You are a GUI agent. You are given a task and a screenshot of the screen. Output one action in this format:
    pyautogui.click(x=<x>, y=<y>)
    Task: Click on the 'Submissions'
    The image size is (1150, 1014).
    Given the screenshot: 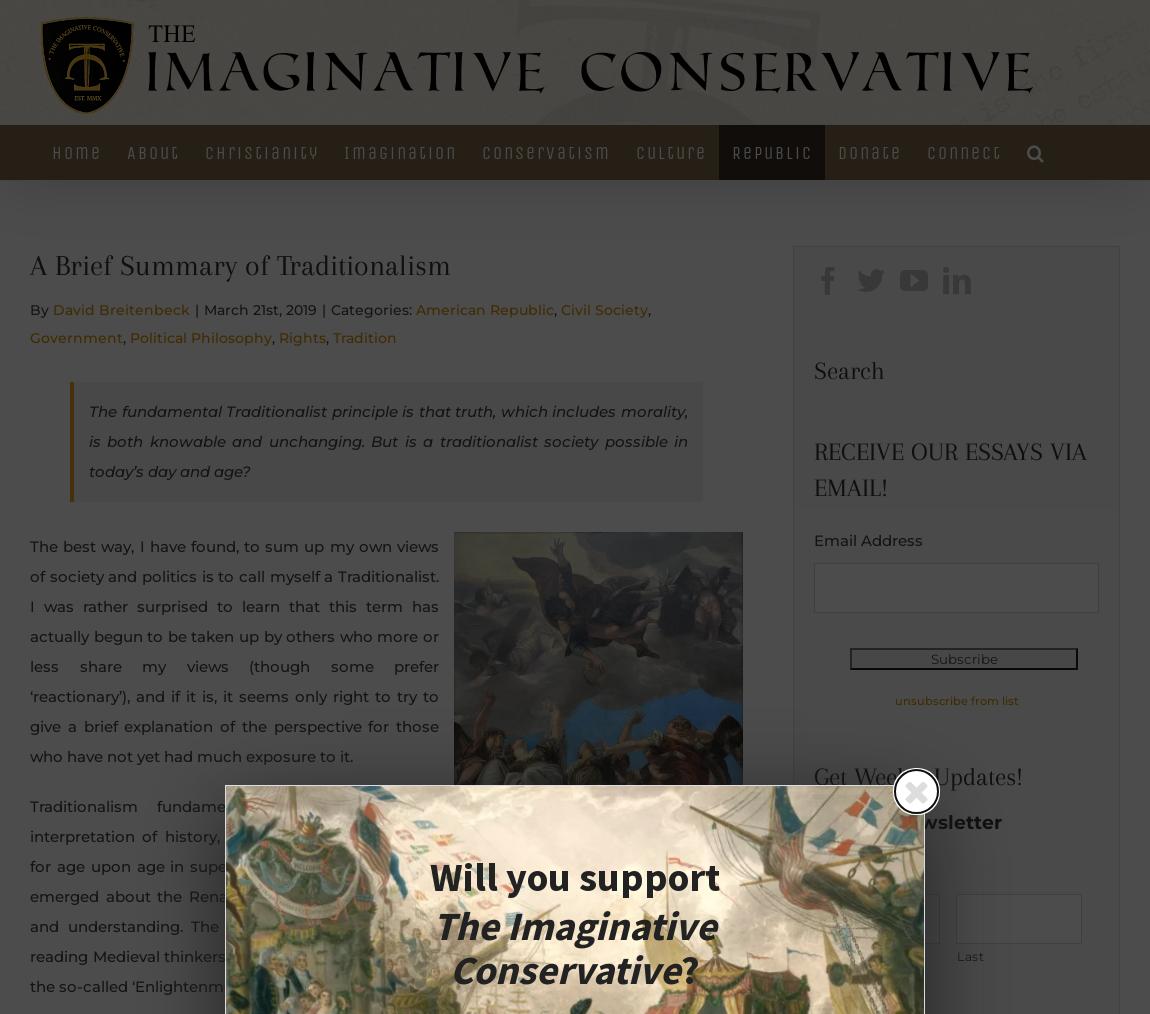 What is the action you would take?
    pyautogui.click(x=980, y=322)
    